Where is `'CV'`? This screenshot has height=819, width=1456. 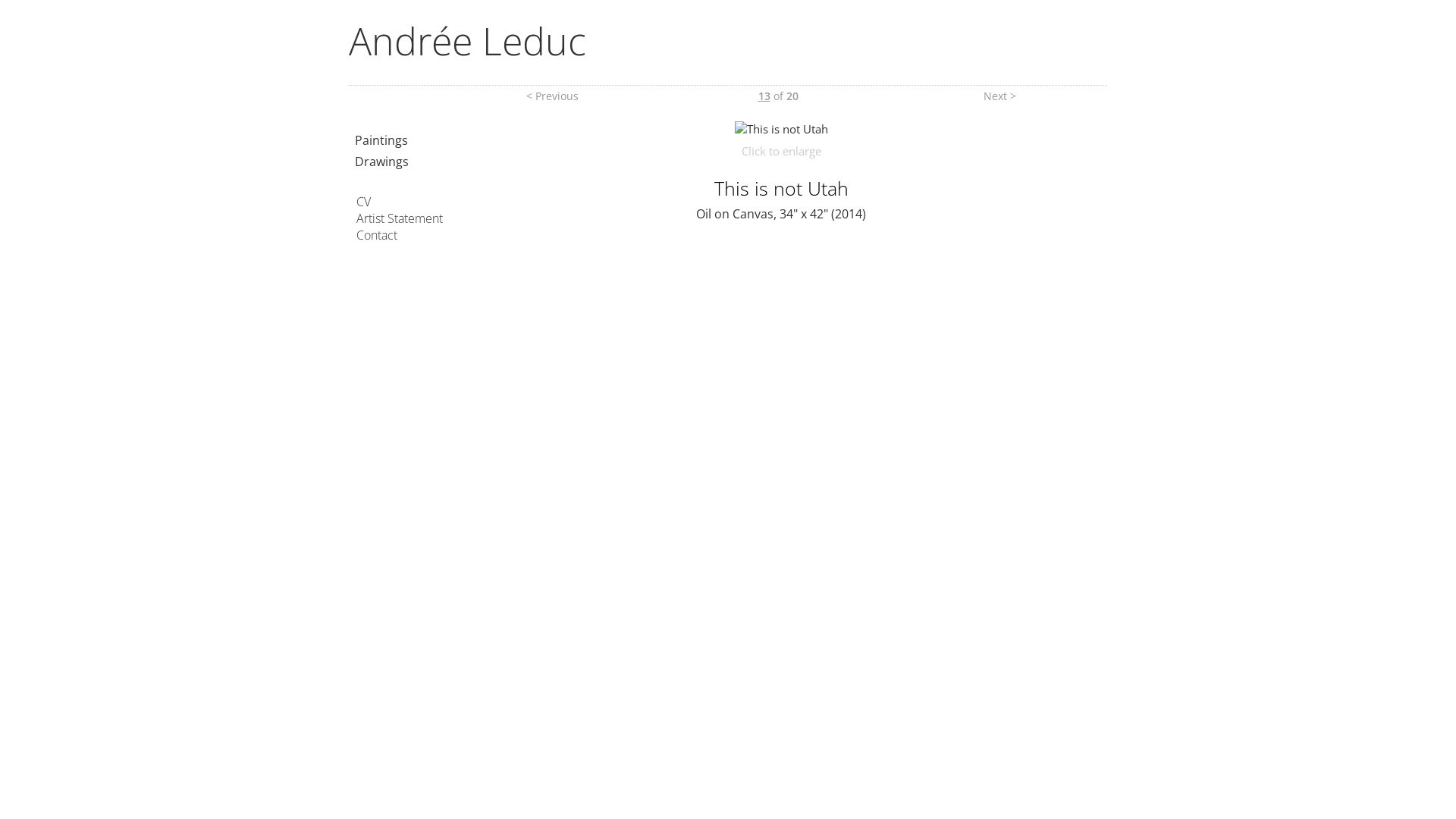 'CV' is located at coordinates (356, 201).